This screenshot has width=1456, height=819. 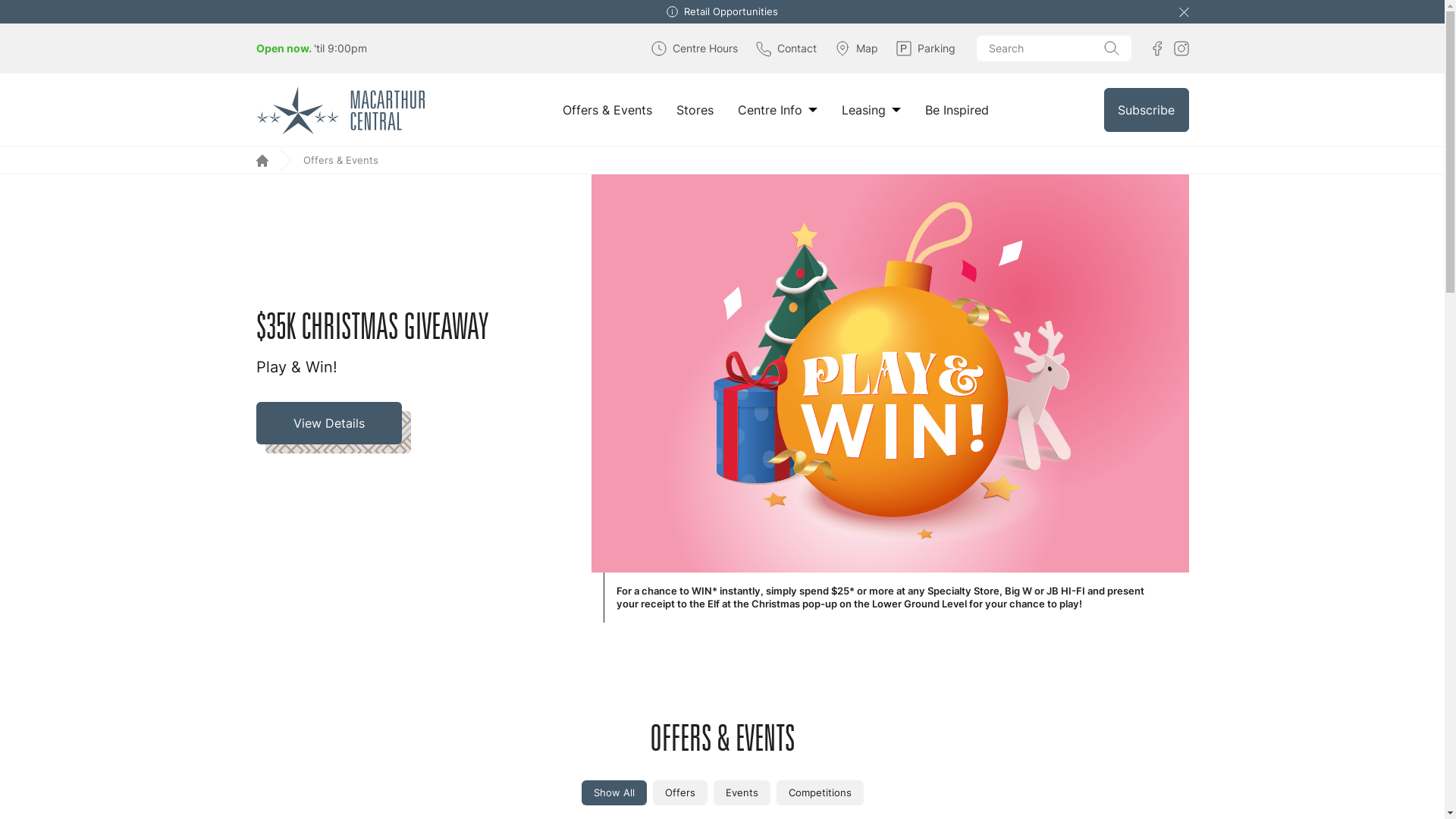 I want to click on 'Be Inspired', so click(x=956, y=109).